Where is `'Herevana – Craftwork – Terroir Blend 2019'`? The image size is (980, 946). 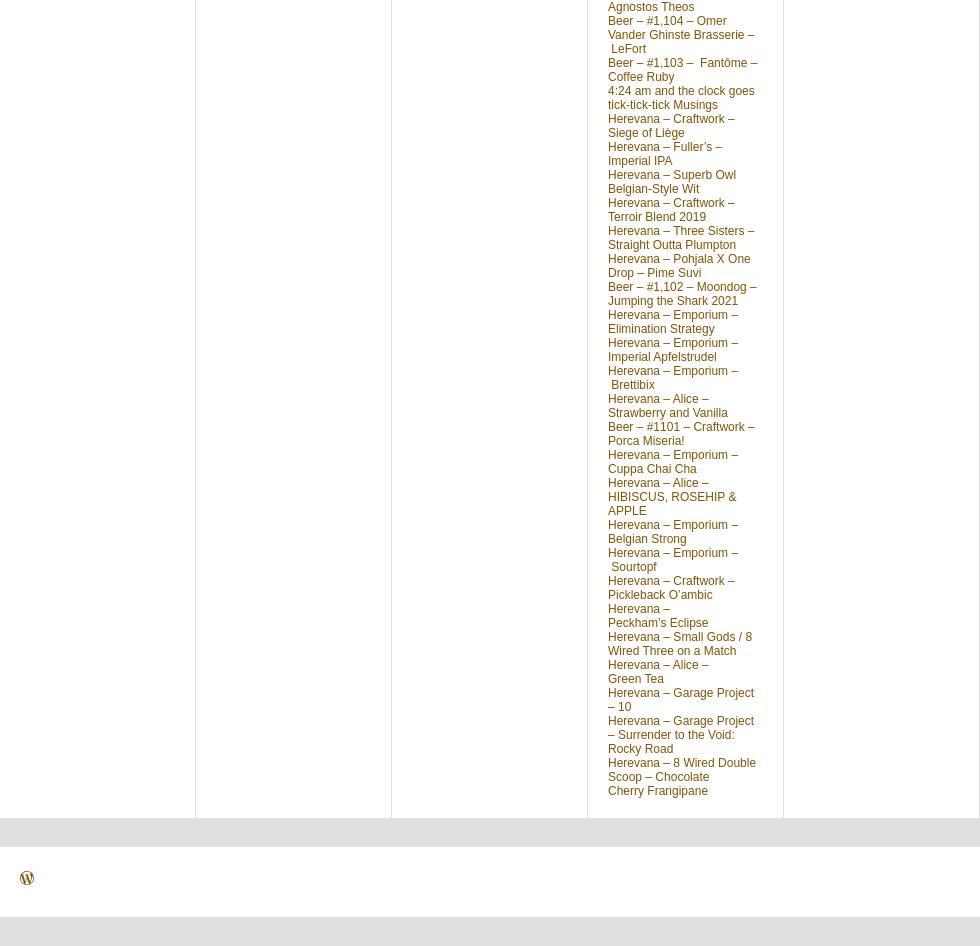 'Herevana – Craftwork – Terroir Blend 2019' is located at coordinates (671, 210).